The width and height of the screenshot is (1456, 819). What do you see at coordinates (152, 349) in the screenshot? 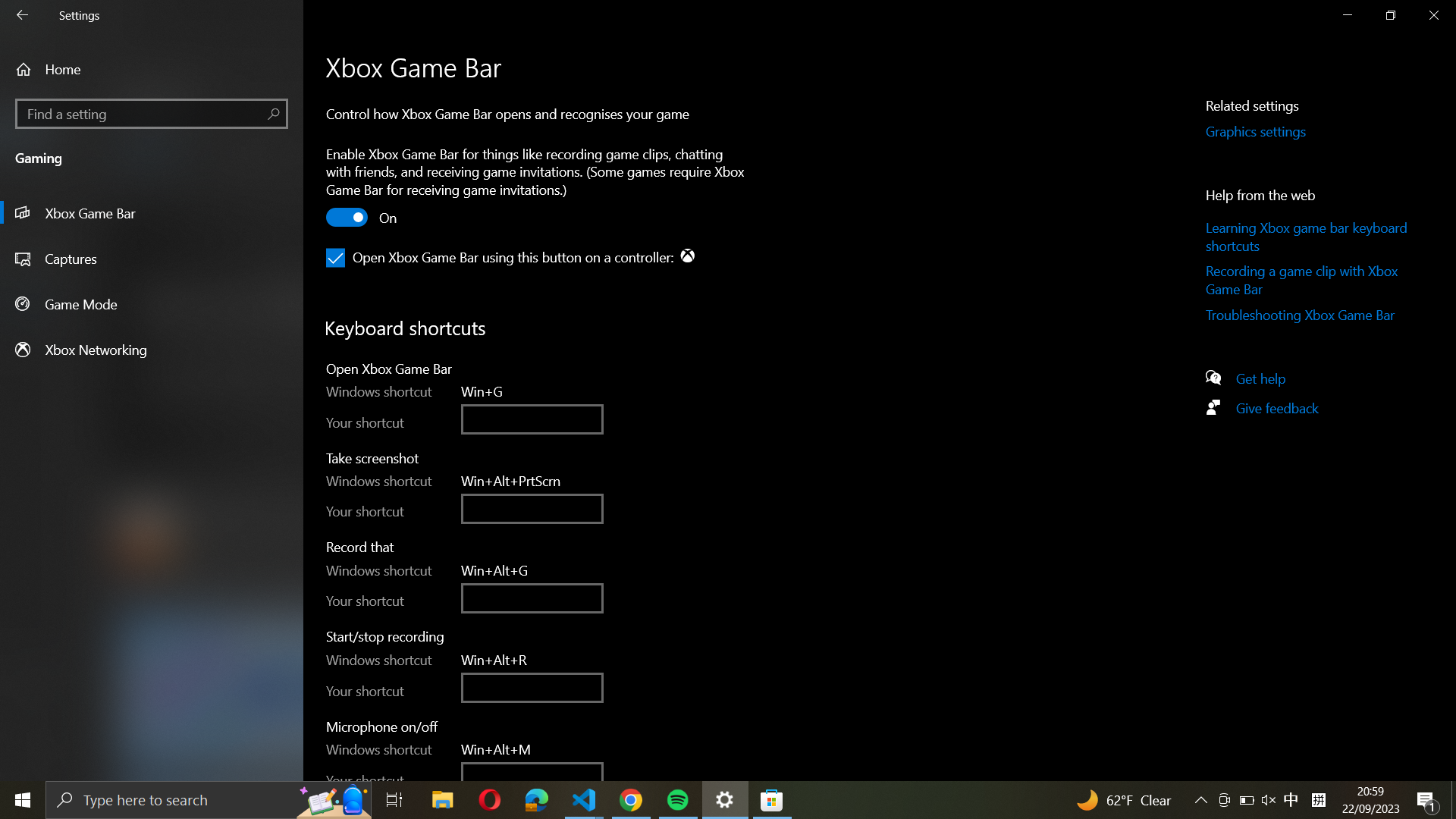
I see `the Xbox Networking settings by hitting the button situated on the left-hand side panel` at bounding box center [152, 349].